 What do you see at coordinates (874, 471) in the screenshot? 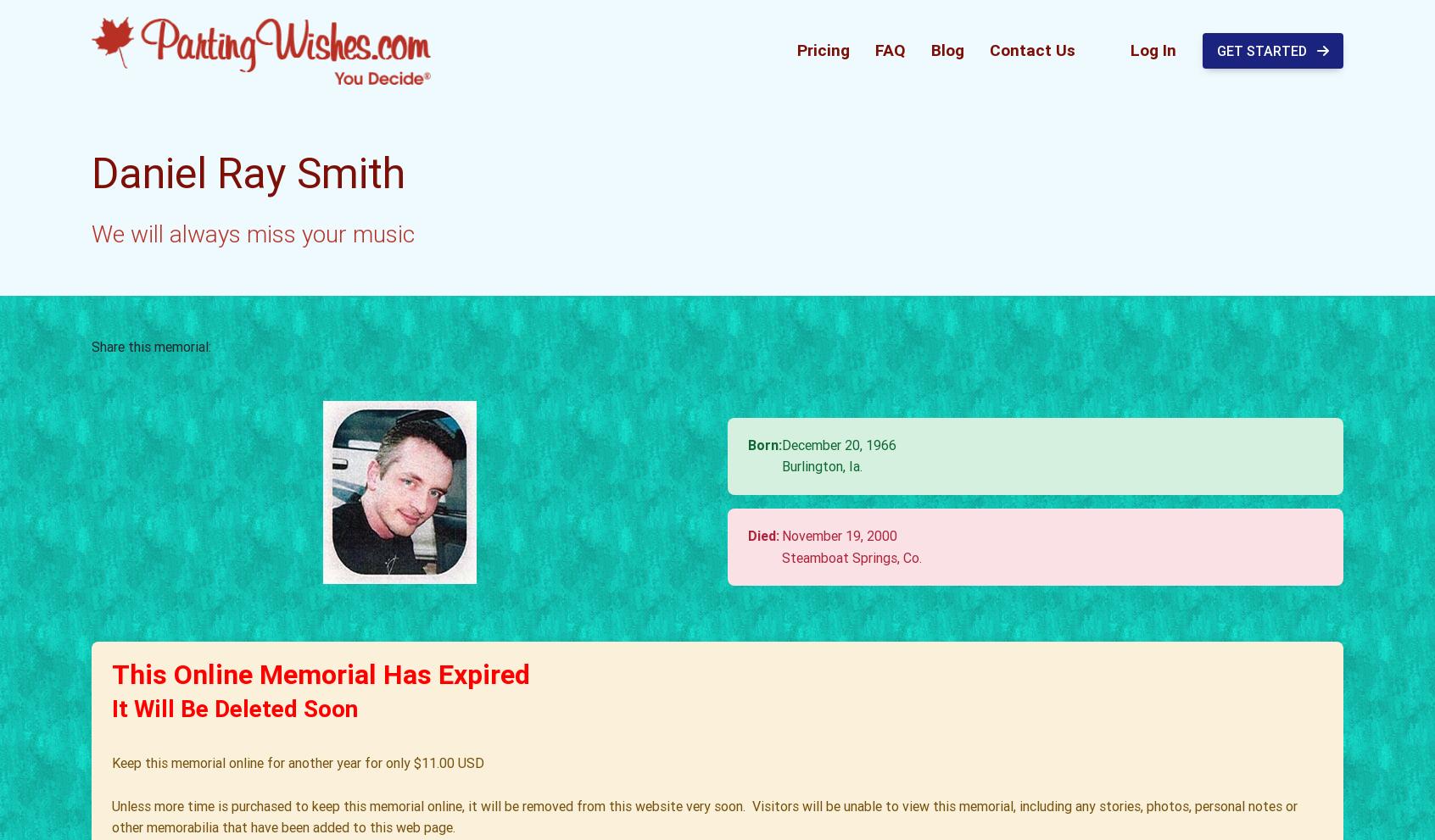
I see `'April'` at bounding box center [874, 471].